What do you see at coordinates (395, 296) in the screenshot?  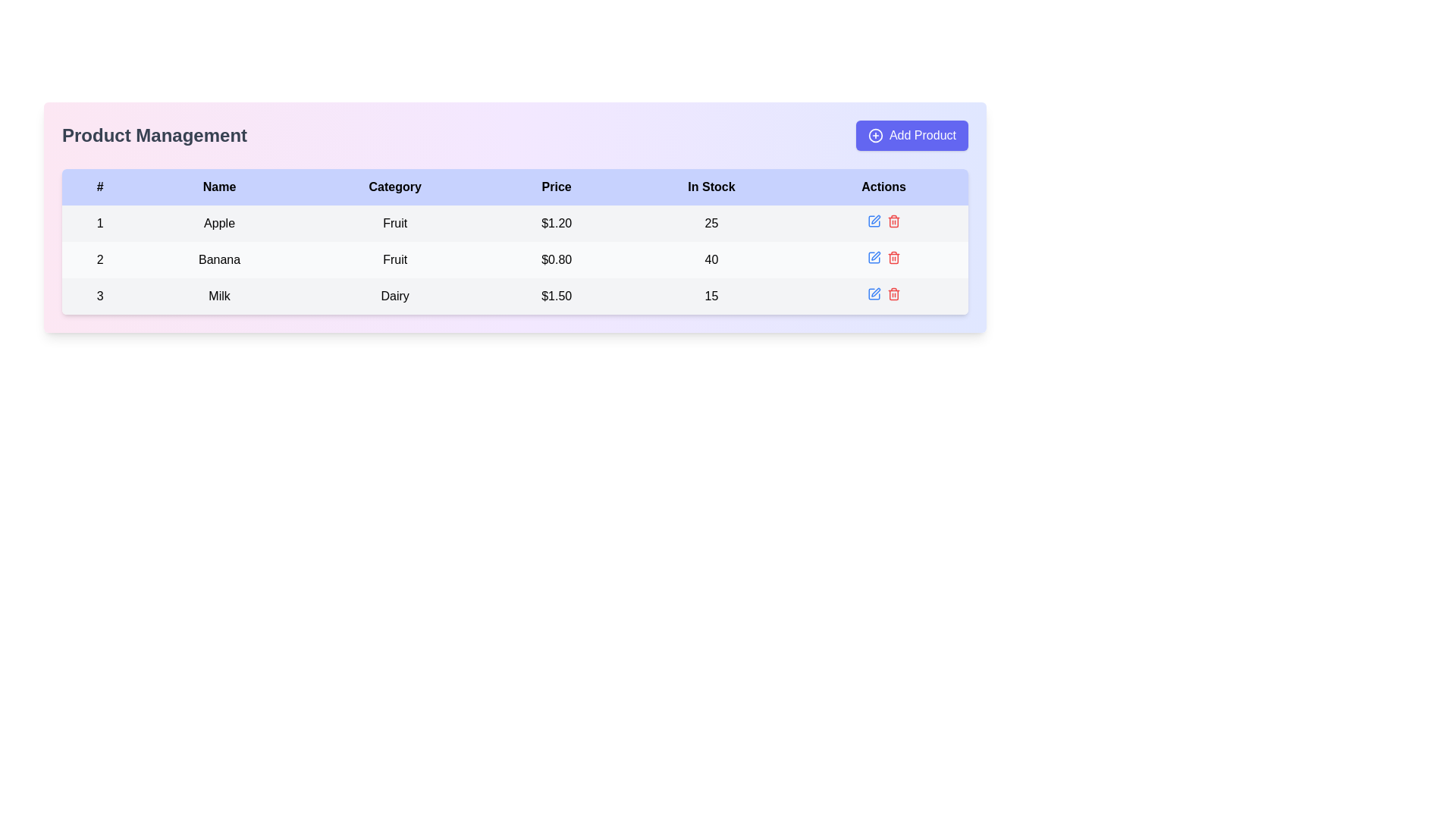 I see `the Label that identifies the product category for the 'Milk' entry in the third row and third column of the table` at bounding box center [395, 296].